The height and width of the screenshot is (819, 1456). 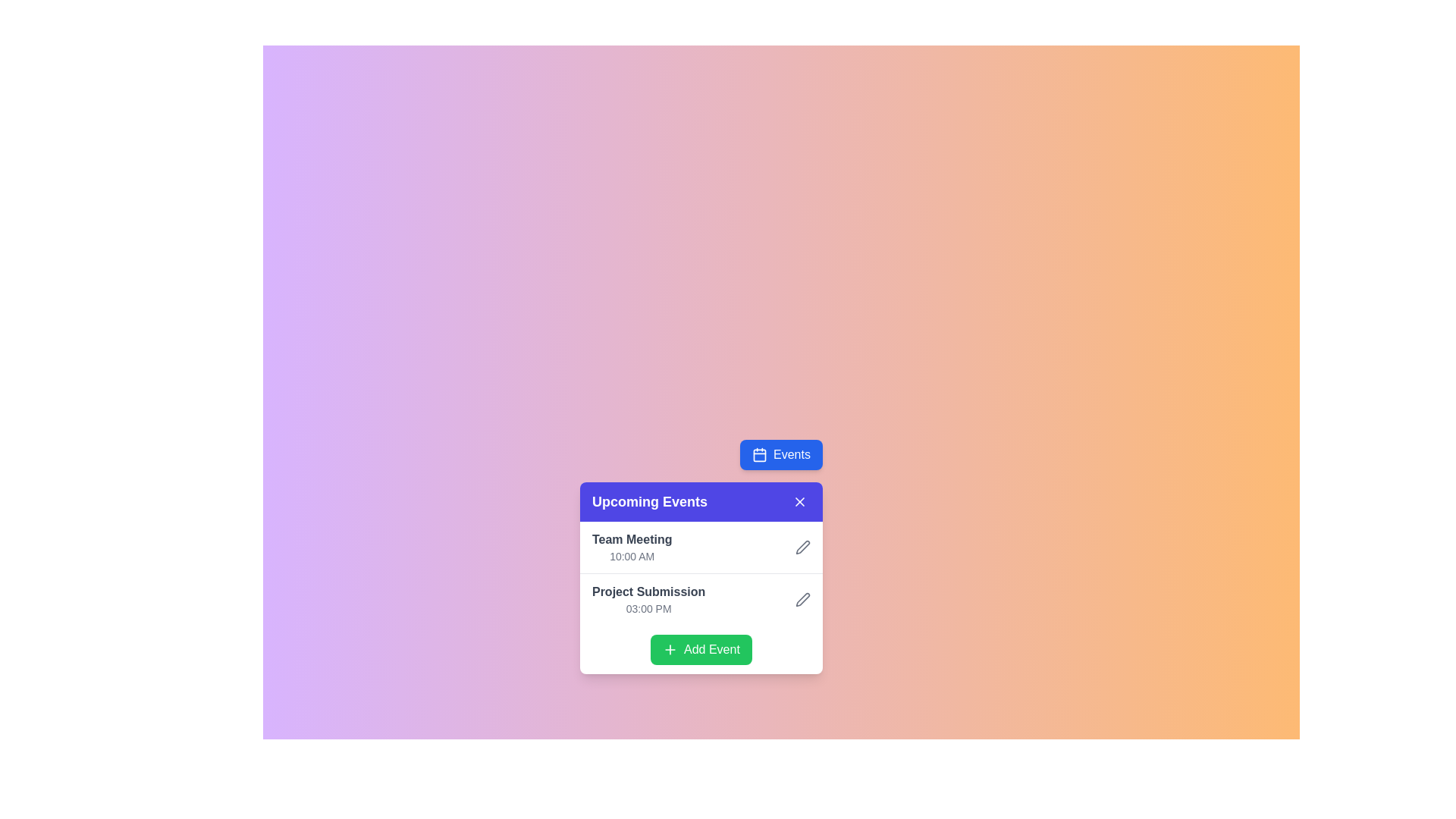 What do you see at coordinates (700, 648) in the screenshot?
I see `the 'Add Event' button` at bounding box center [700, 648].